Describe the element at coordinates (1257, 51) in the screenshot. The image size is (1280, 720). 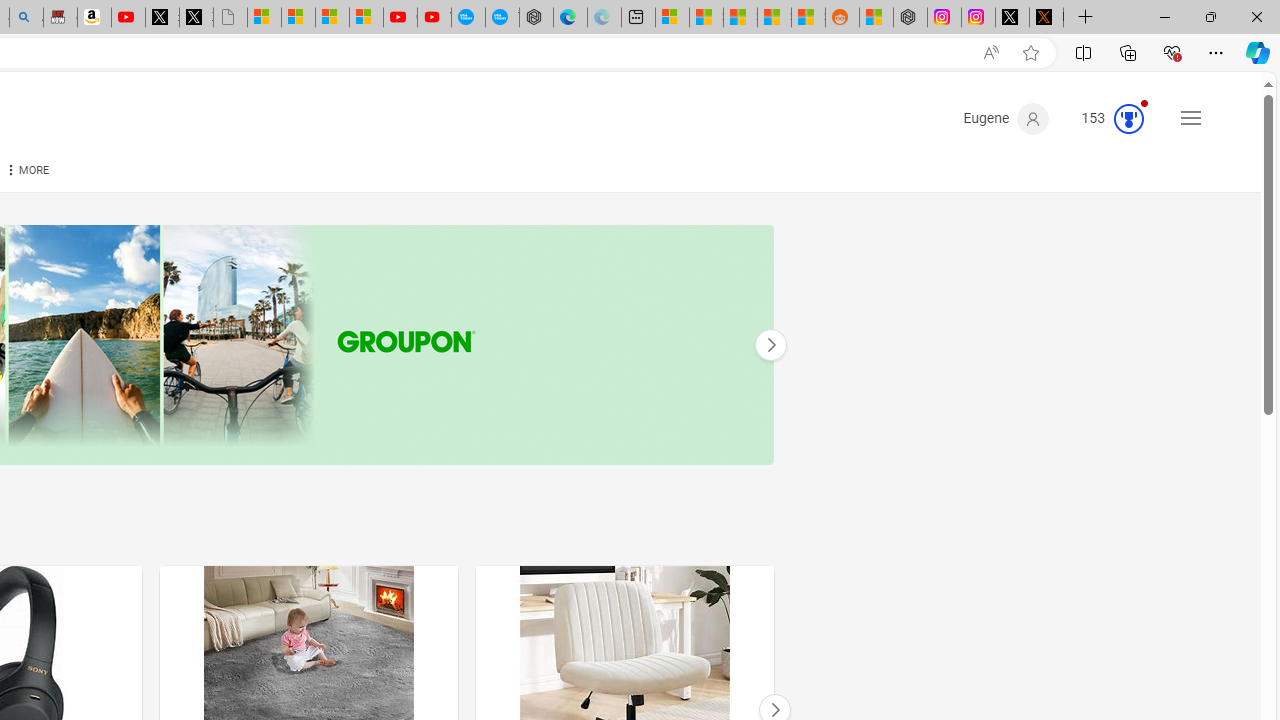
I see `'Copilot (Ctrl+Shift+.)'` at that location.